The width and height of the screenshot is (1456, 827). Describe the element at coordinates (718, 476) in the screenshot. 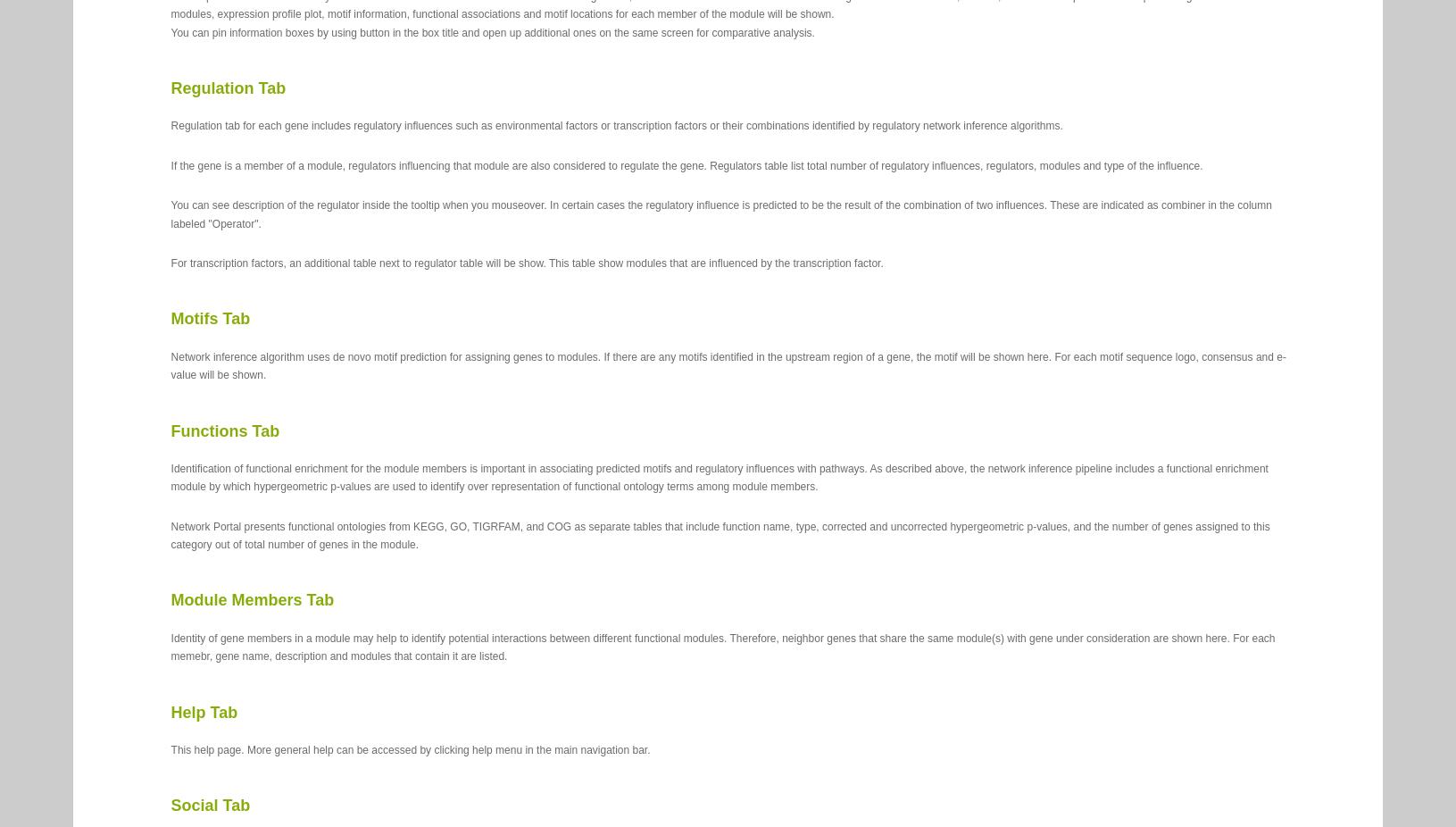

I see `'Identification of functional enrichment for the module members is important in associating predicted motifs and regulatory influences with pathways. As described above, the network inference pipeline includes a functional enrichment module by which hypergeometric p-values are used to identify over representation of functional ontology terms among module members.'` at that location.